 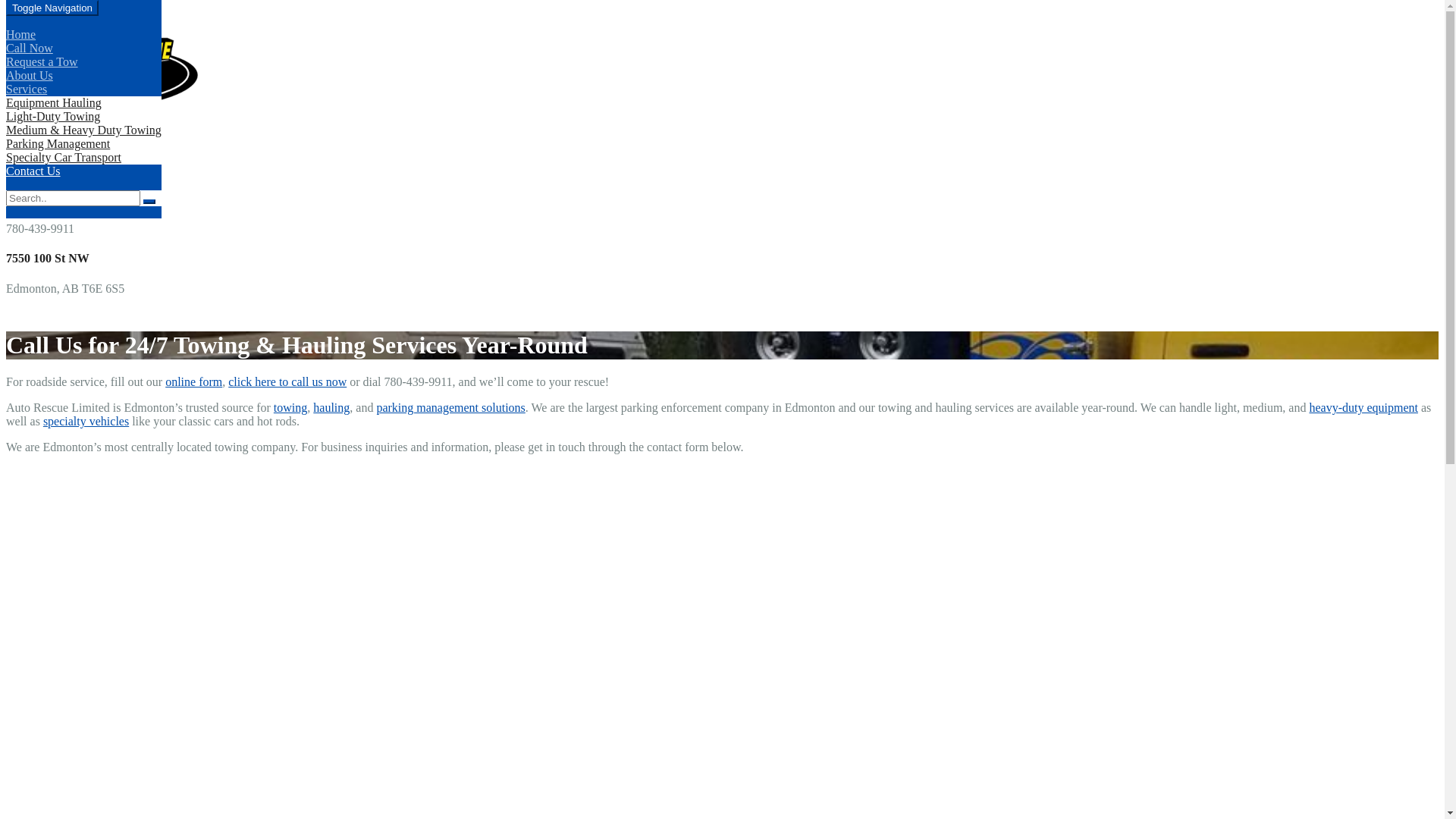 I want to click on 'heavy-duty equipment', so click(x=1363, y=406).